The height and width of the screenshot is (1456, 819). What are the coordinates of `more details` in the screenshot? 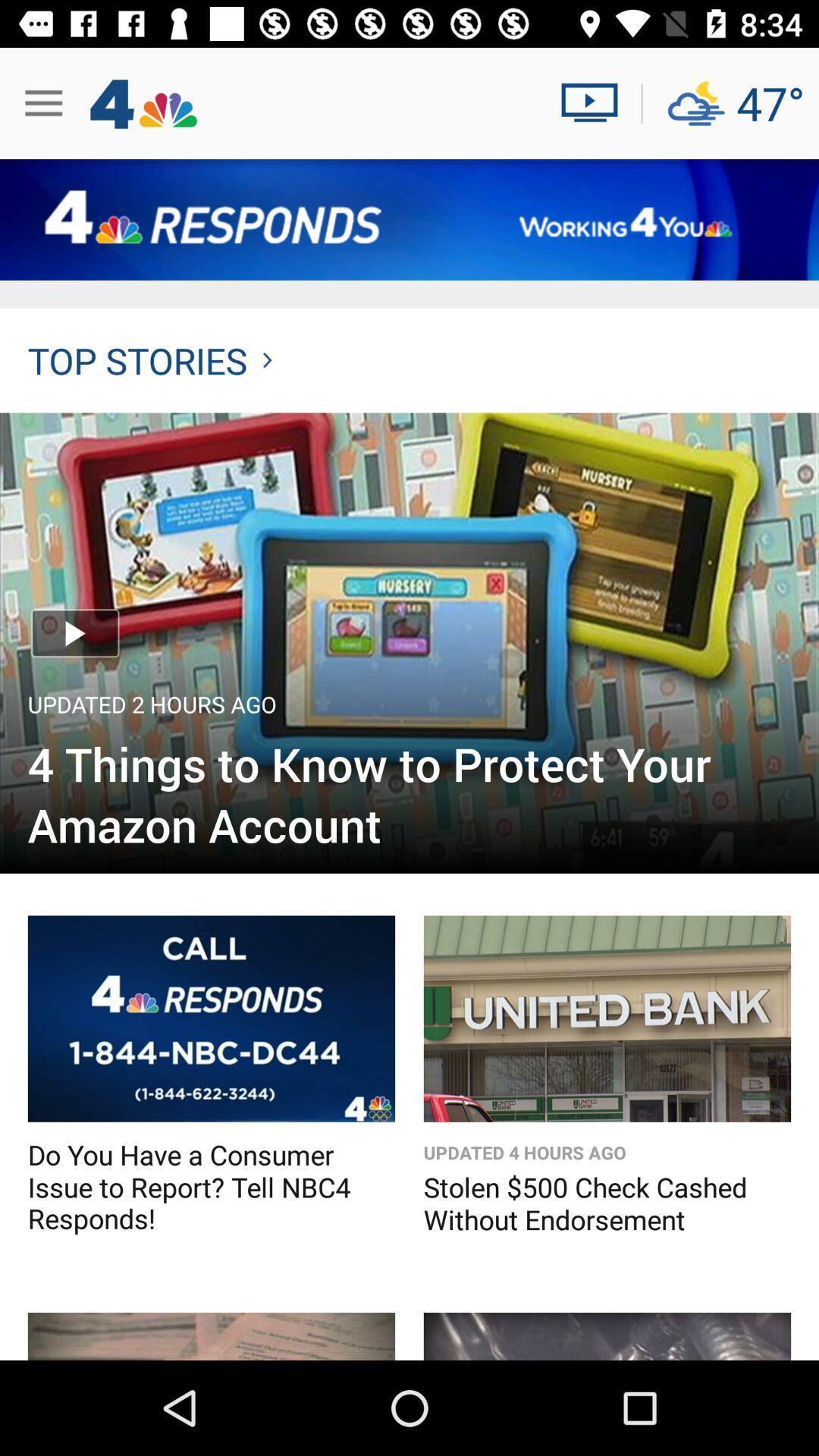 It's located at (211, 1018).